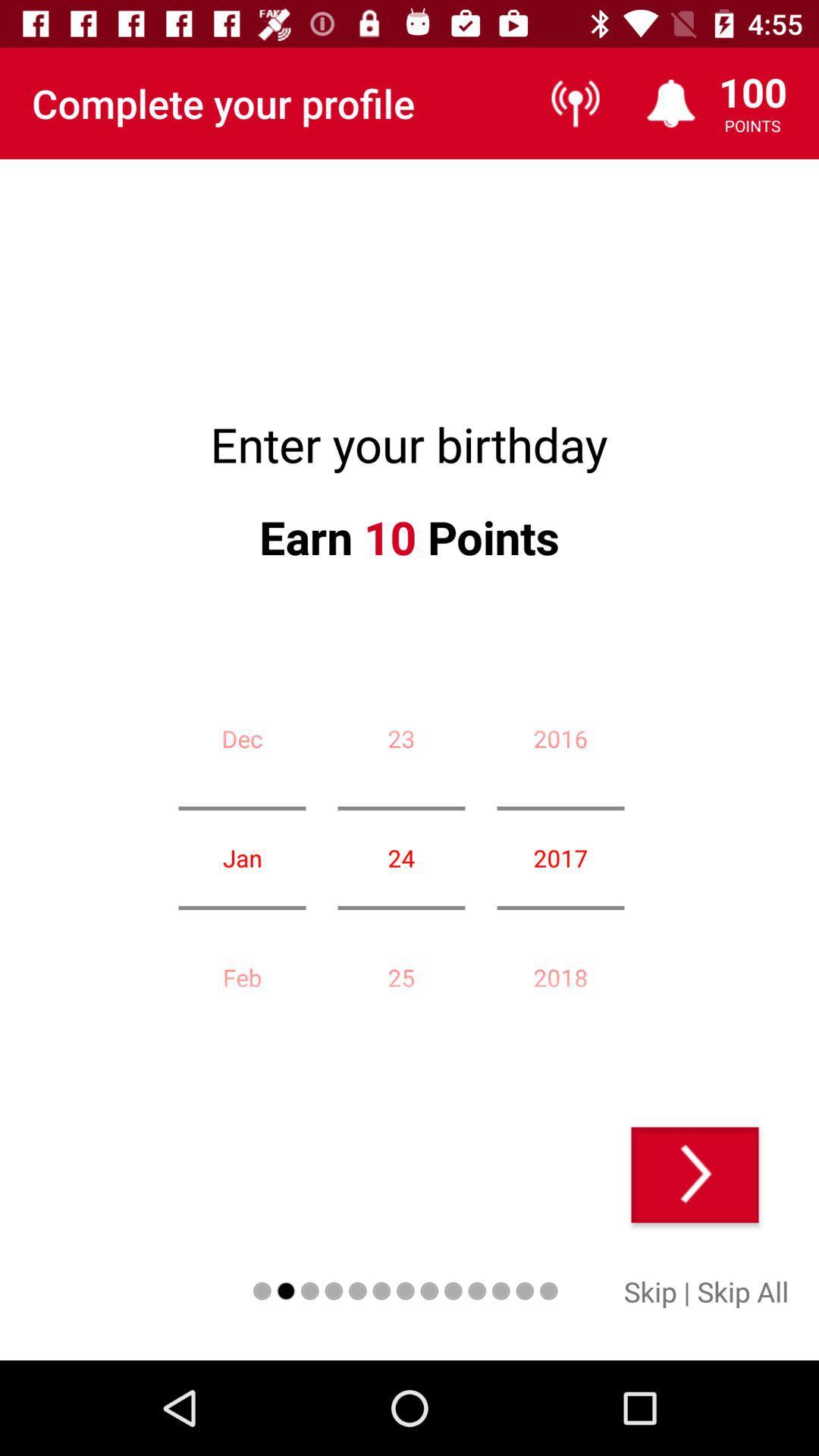 The image size is (819, 1456). What do you see at coordinates (695, 1174) in the screenshot?
I see `next arrow icon` at bounding box center [695, 1174].